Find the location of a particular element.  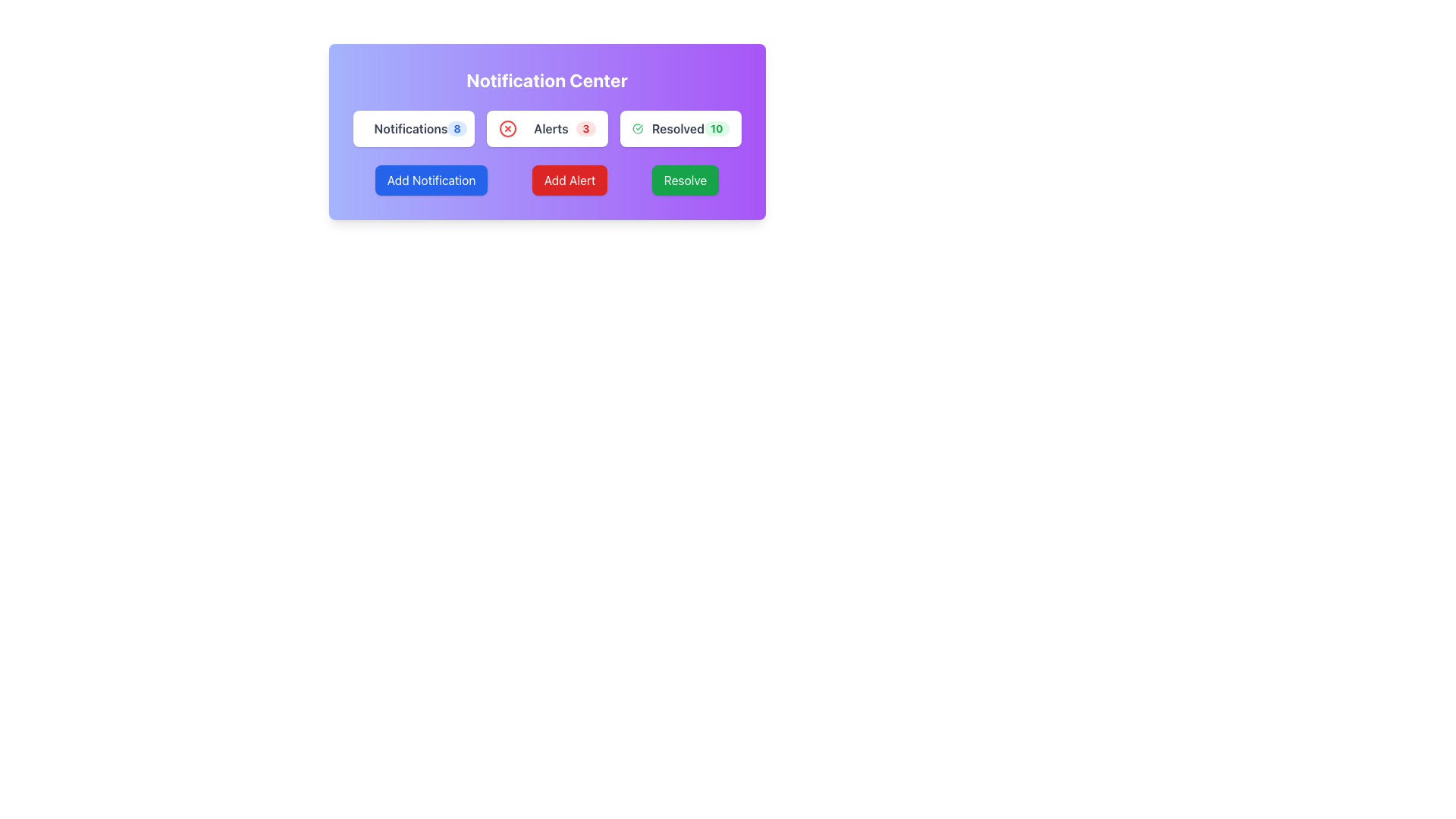

the circular green outlined icon with a tick mark, located next to the 'Resolved 10' label in the notification center is located at coordinates (637, 127).